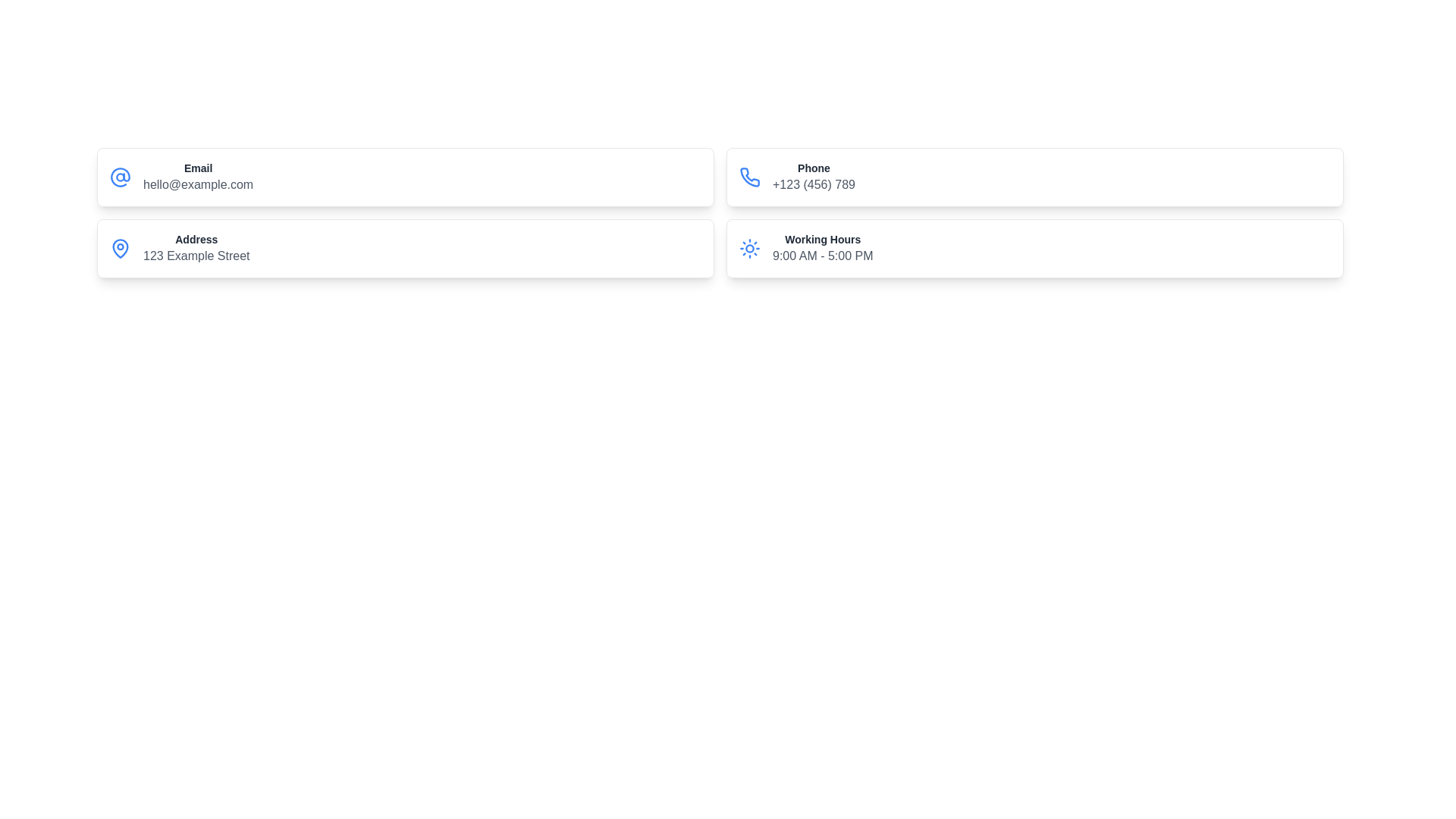  What do you see at coordinates (749, 177) in the screenshot?
I see `the contact information icon located at the far left of the card, which serves as an identifier for the associated phone number` at bounding box center [749, 177].